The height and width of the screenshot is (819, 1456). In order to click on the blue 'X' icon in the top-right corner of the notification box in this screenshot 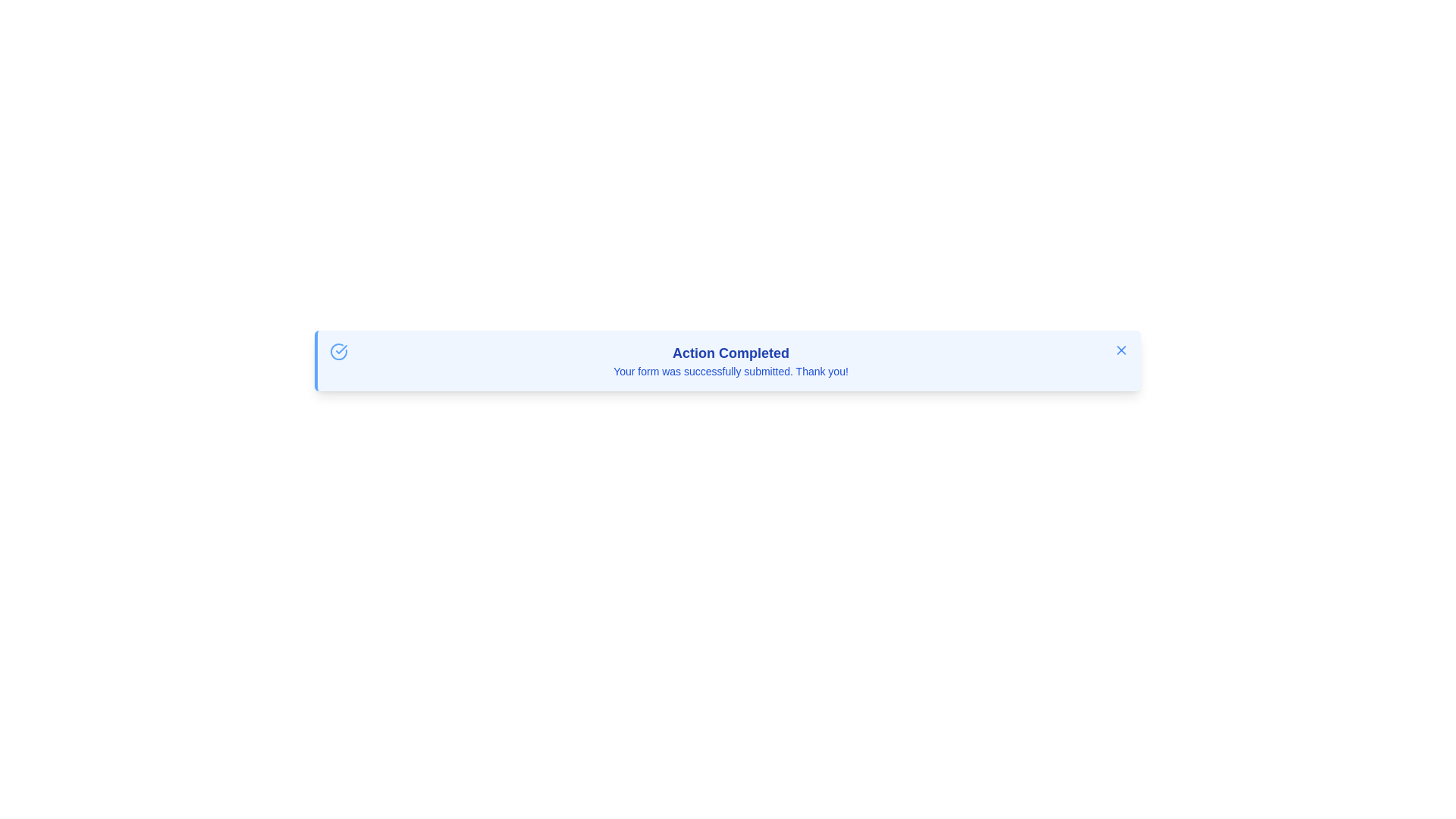, I will do `click(1121, 350)`.